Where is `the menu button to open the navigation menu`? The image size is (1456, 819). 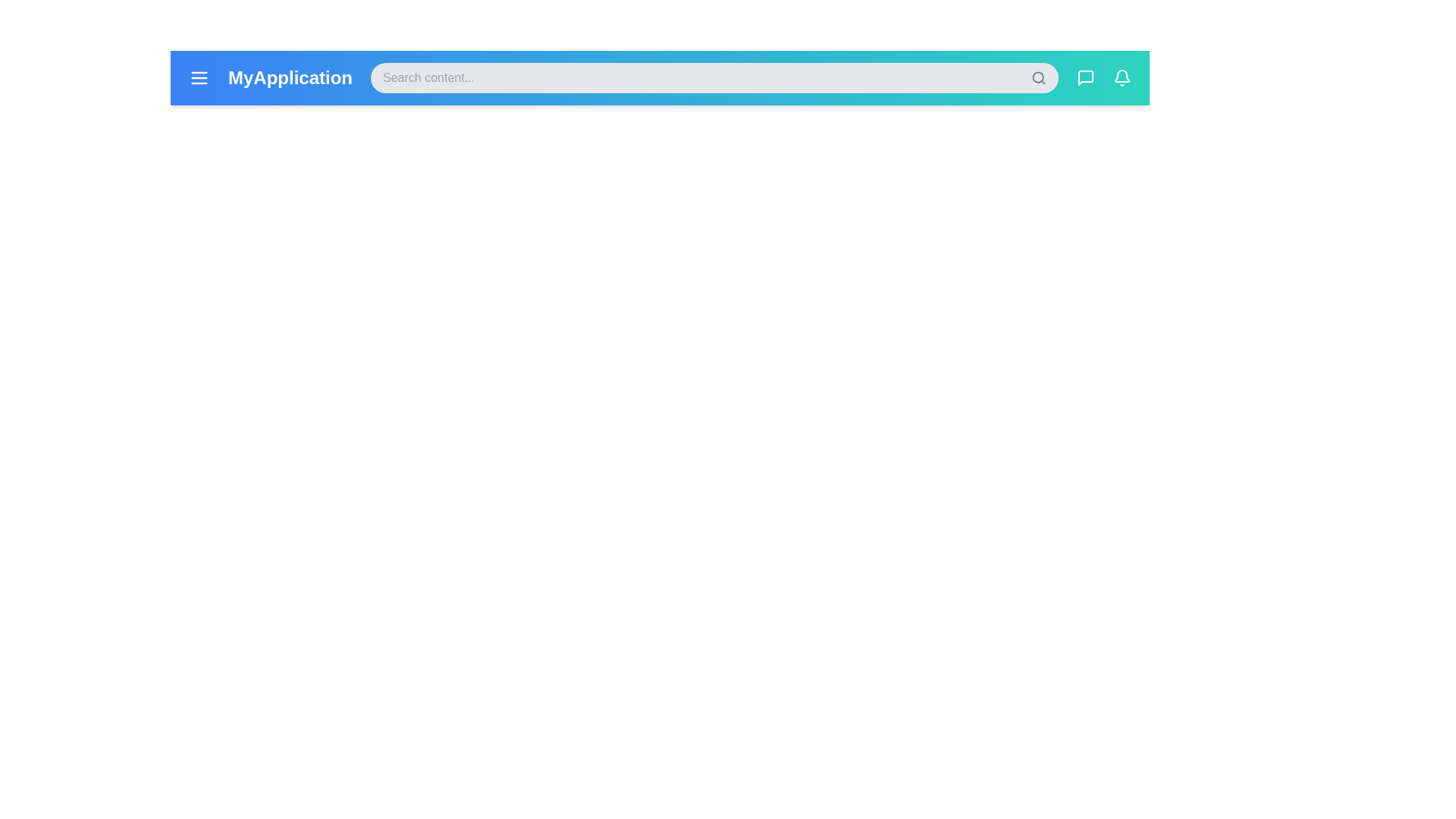
the menu button to open the navigation menu is located at coordinates (199, 78).